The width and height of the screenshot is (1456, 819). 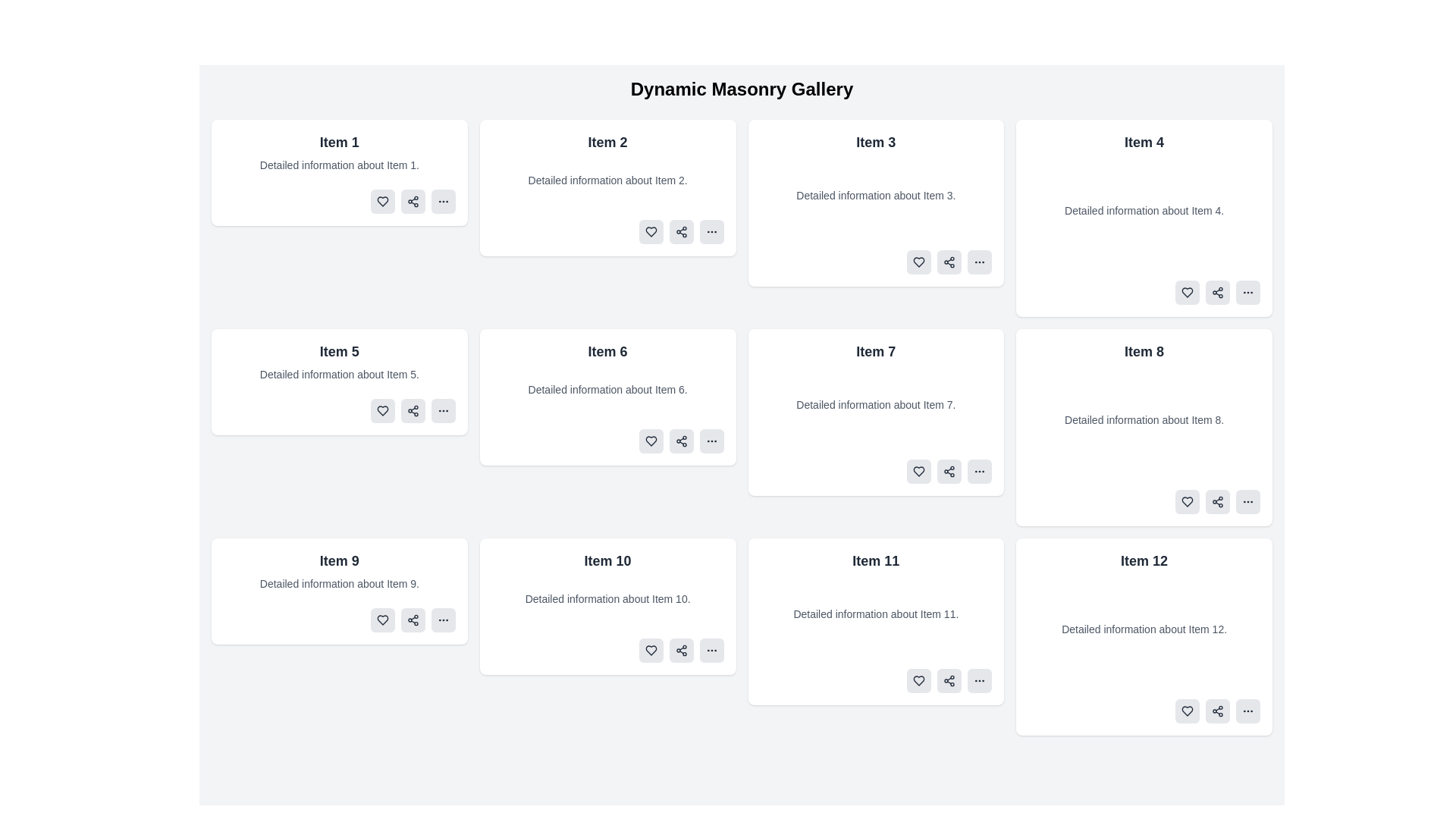 I want to click on the share icon button located in the bottom-right corner of the 'Item 5' card, which is a rounded rectangular button with a gray background, so click(x=413, y=411).